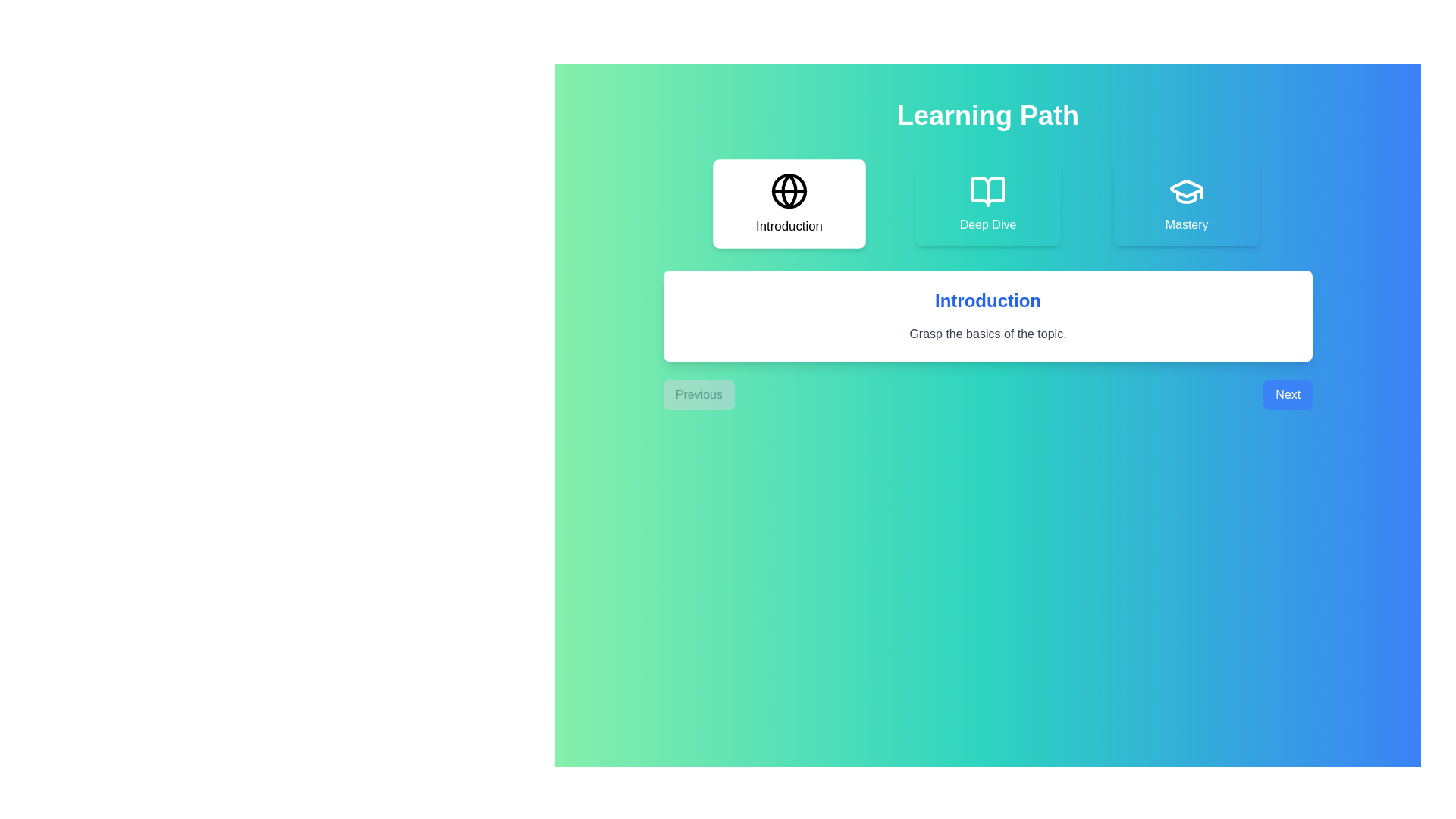  Describe the element at coordinates (987, 203) in the screenshot. I see `the stage header labeled 'Deep Dive' to navigate to that stage` at that location.